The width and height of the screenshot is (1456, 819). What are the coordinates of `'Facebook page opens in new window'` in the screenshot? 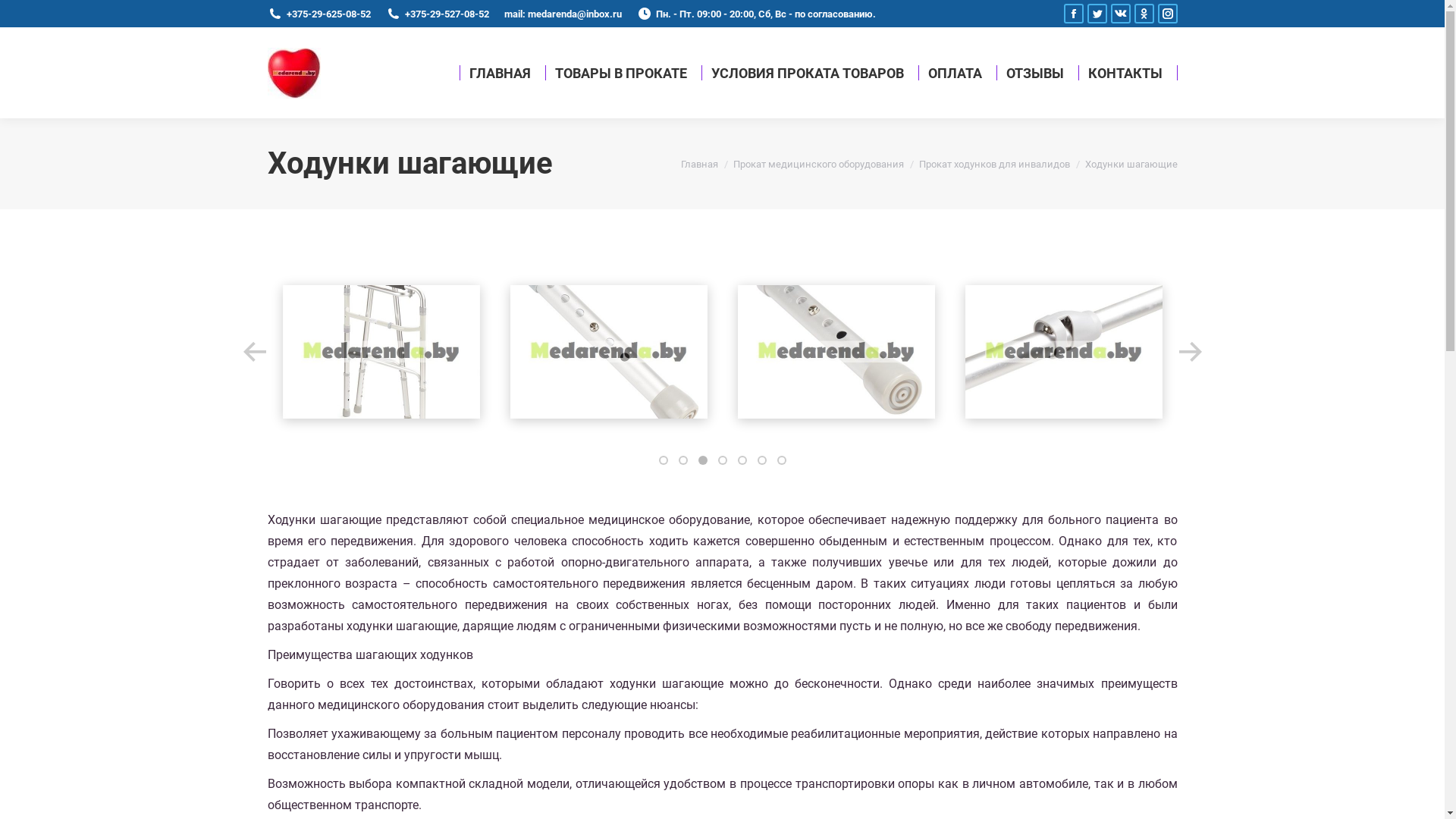 It's located at (1072, 14).